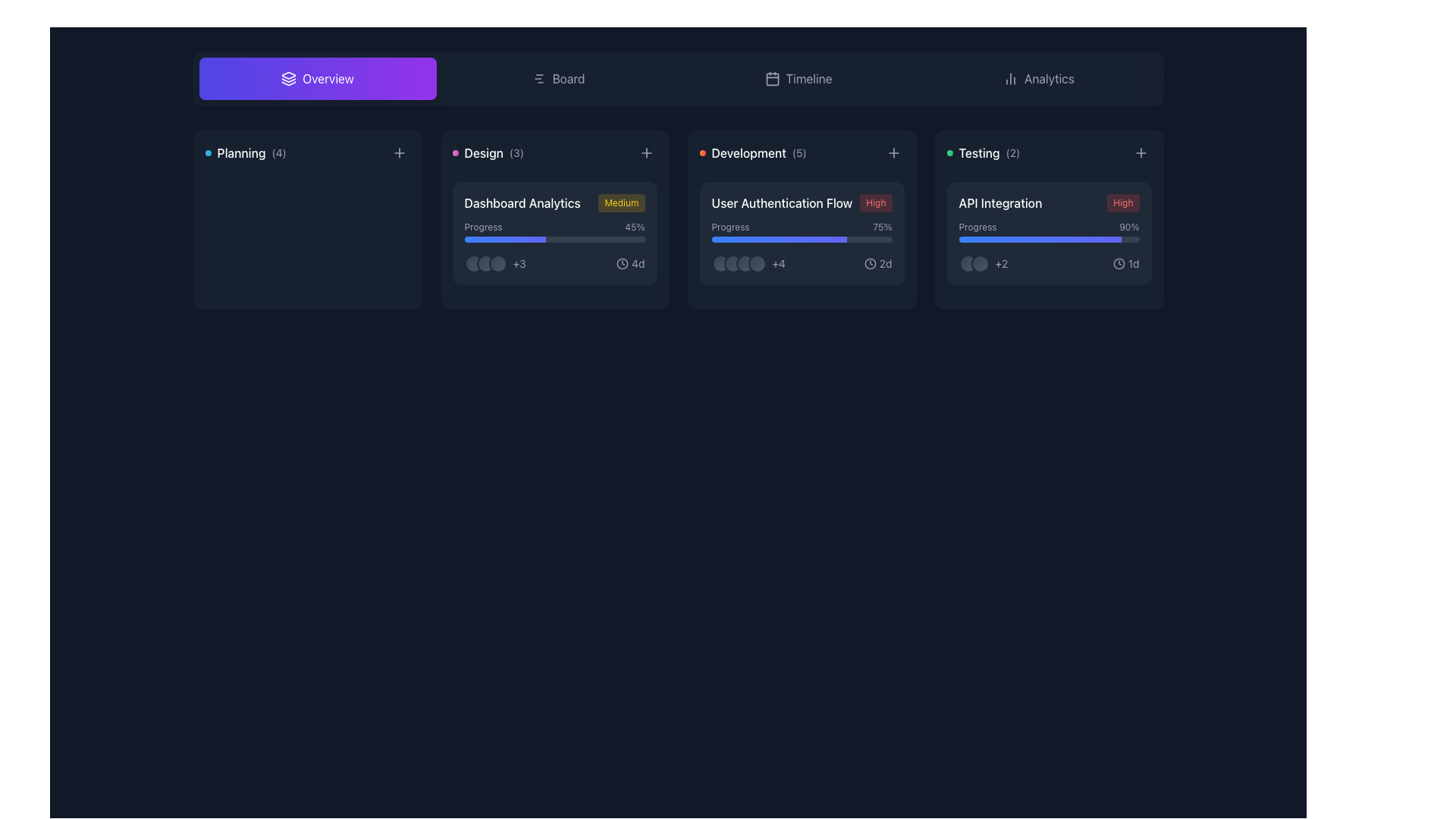  What do you see at coordinates (622, 202) in the screenshot?
I see `the 'Medium' badge, which is a small rectangular element with rounded corners, displaying yellow text against a light yellow background, located in the top-right corner of the 'Dashboard Analytics' card under the 'Design' category` at bounding box center [622, 202].